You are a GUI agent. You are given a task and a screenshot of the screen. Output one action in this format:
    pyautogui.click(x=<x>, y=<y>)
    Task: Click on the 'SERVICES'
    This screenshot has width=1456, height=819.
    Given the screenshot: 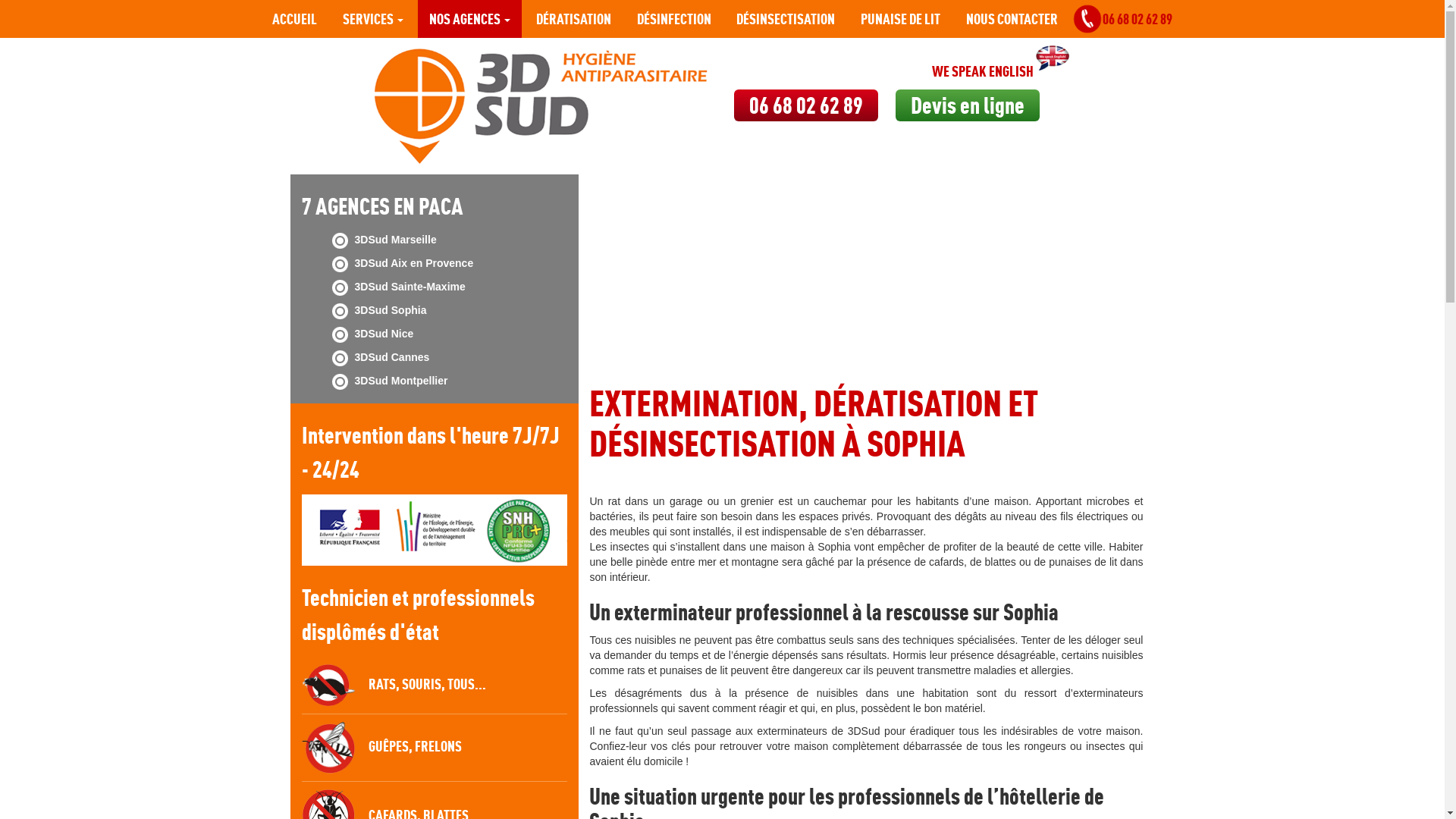 What is the action you would take?
    pyautogui.click(x=372, y=18)
    